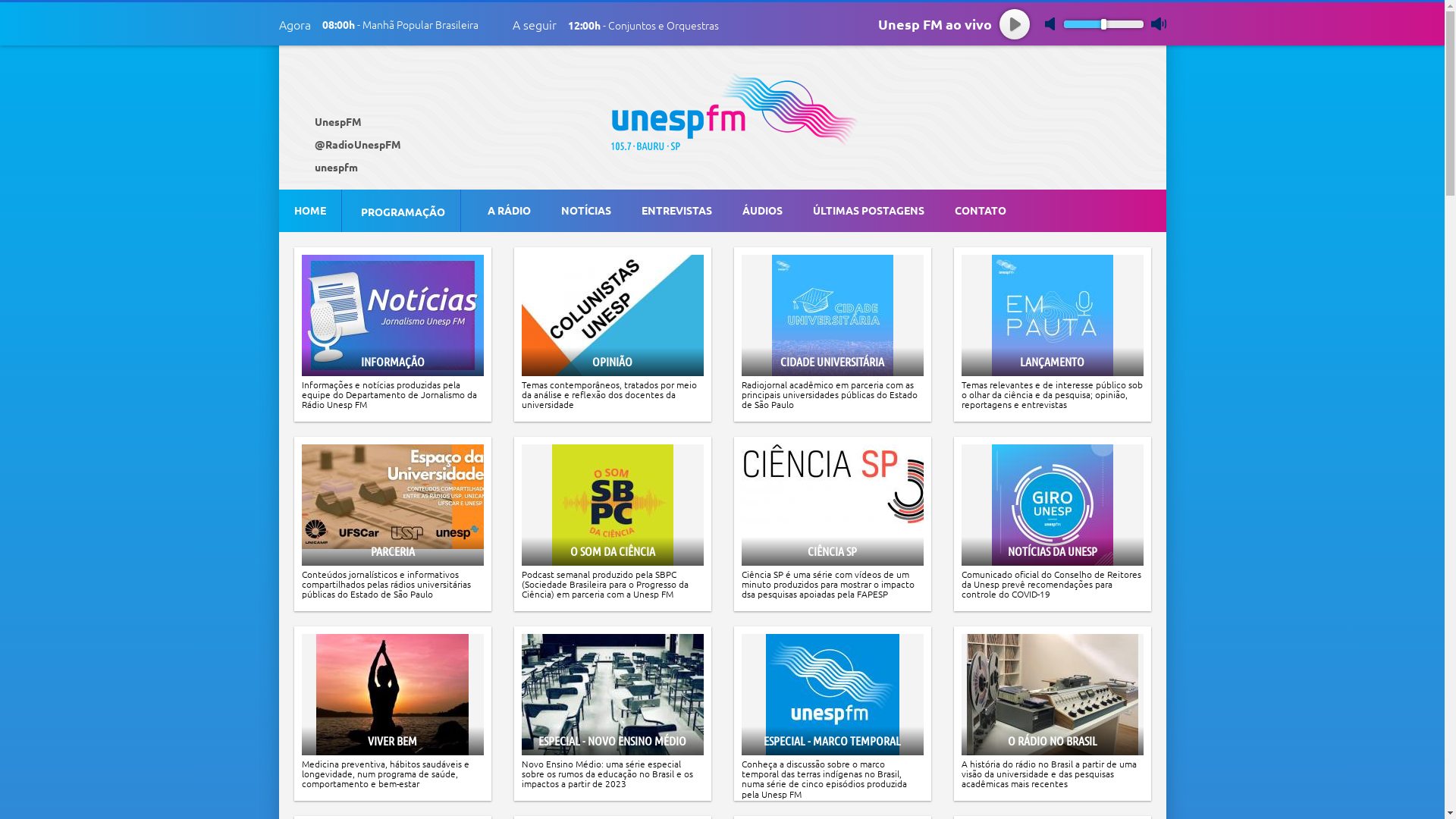 The height and width of the screenshot is (819, 1456). What do you see at coordinates (309, 210) in the screenshot?
I see `'HOME'` at bounding box center [309, 210].